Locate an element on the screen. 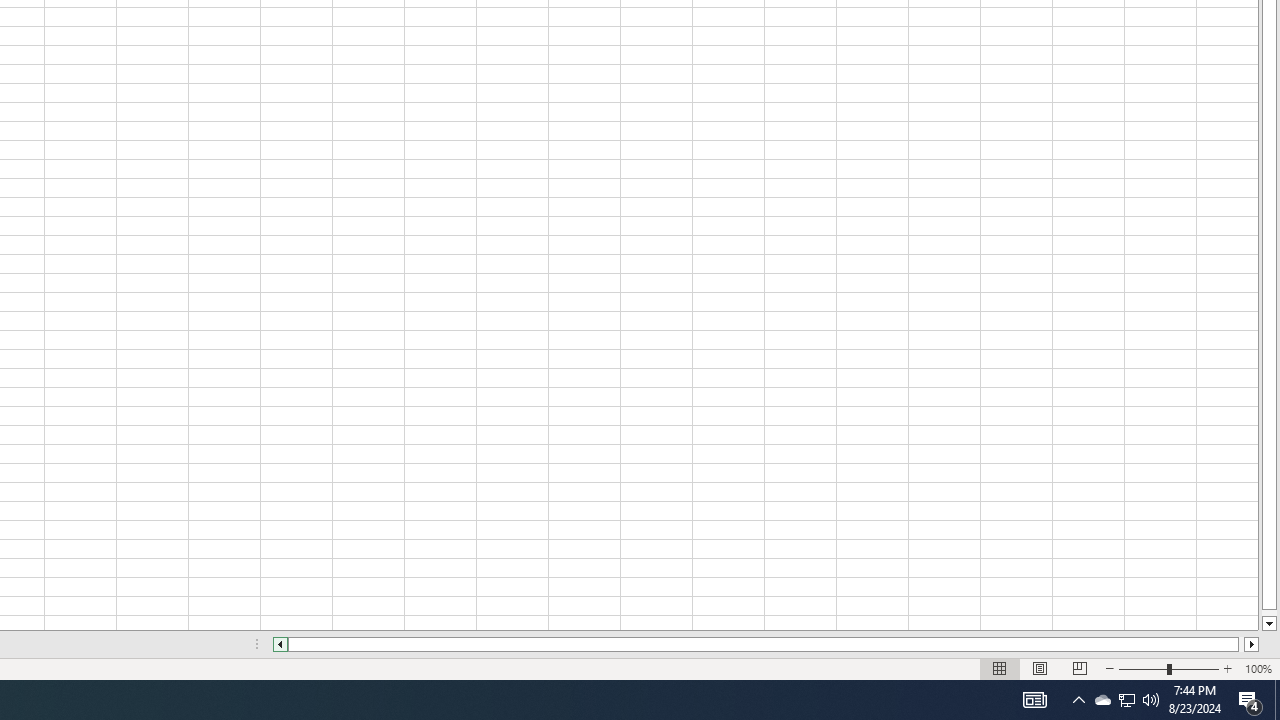  'Line down' is located at coordinates (1268, 623).